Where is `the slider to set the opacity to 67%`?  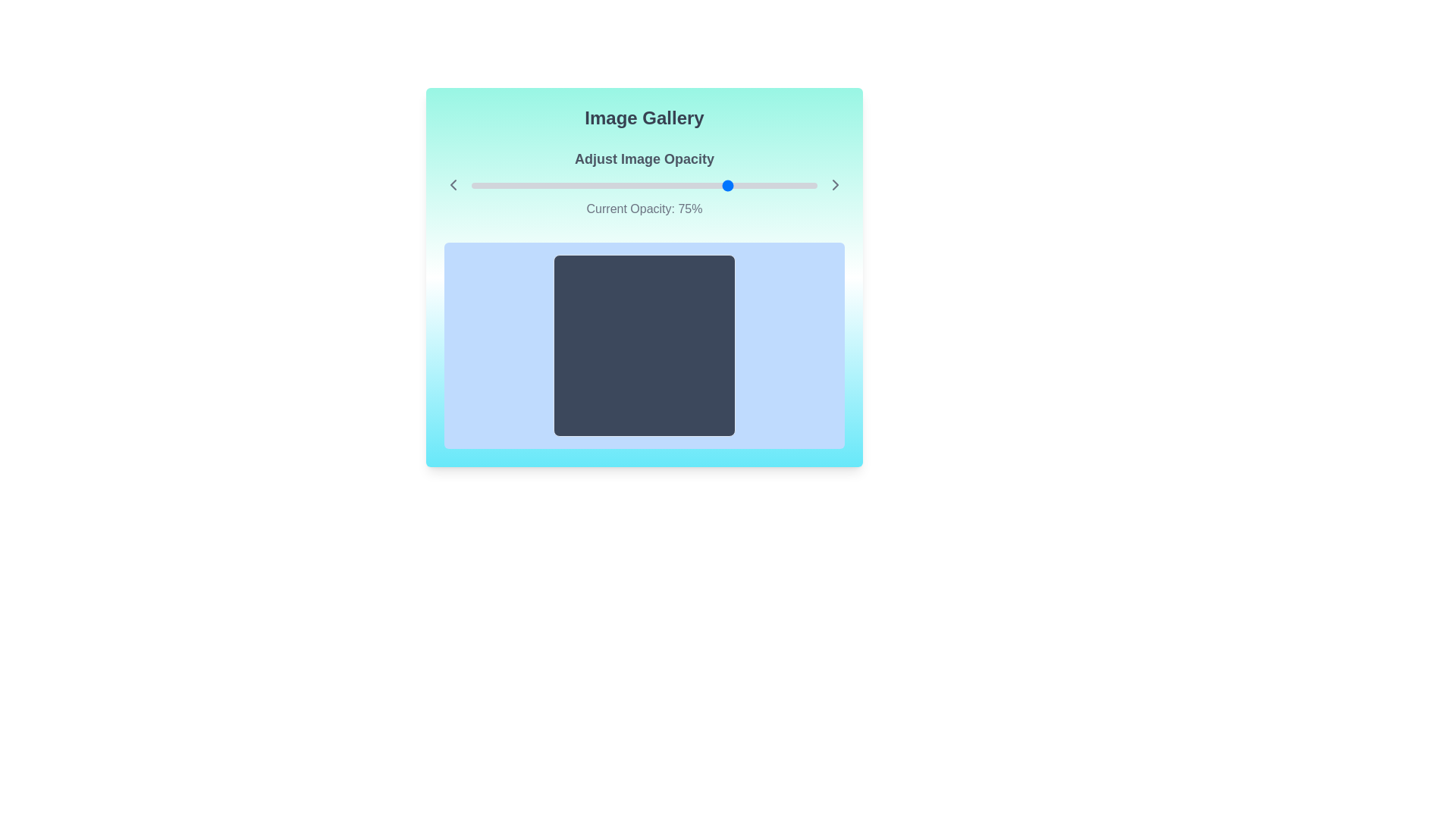 the slider to set the opacity to 67% is located at coordinates (702, 185).